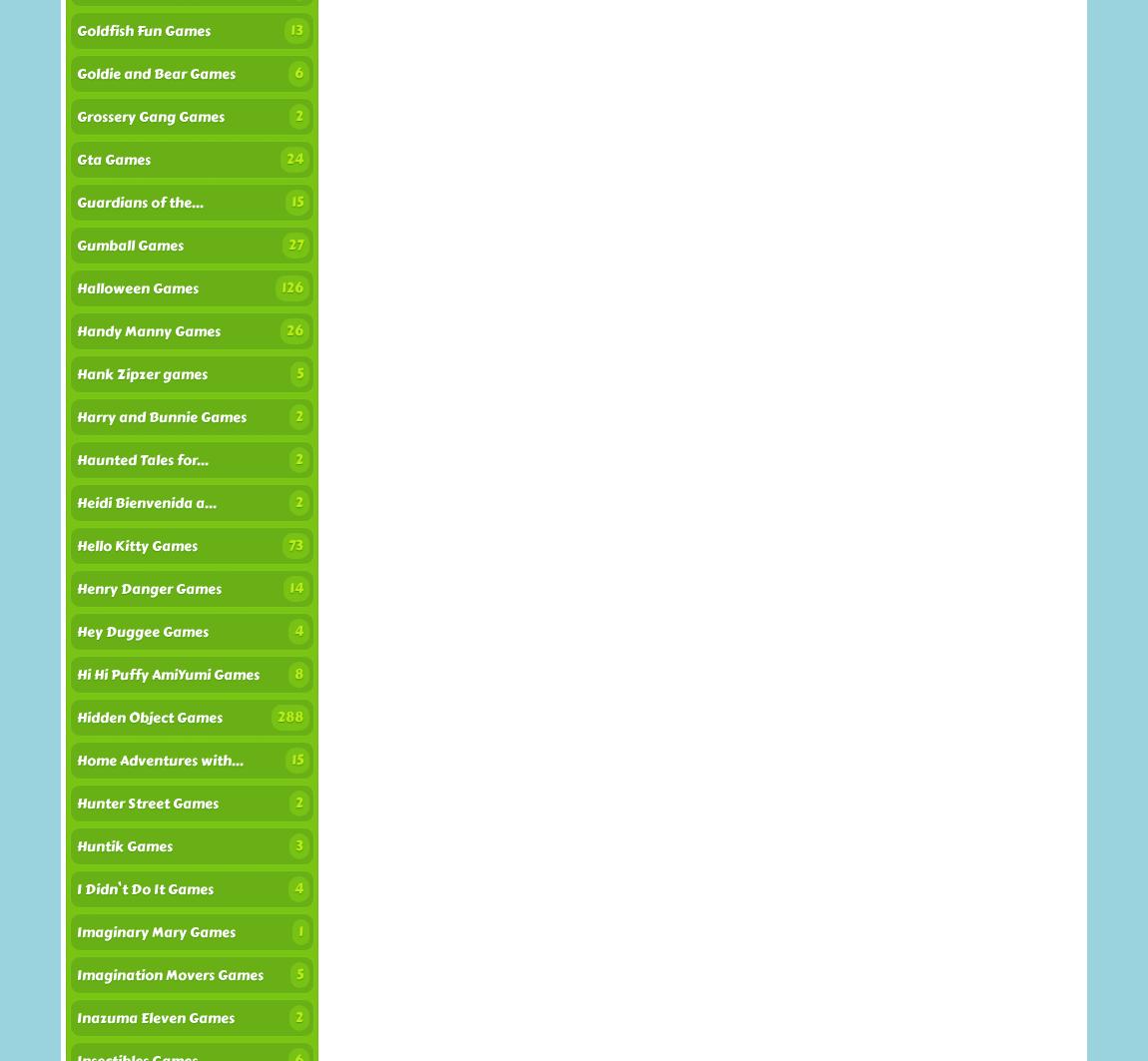 The height and width of the screenshot is (1061, 1148). Describe the element at coordinates (299, 844) in the screenshot. I see `'3'` at that location.